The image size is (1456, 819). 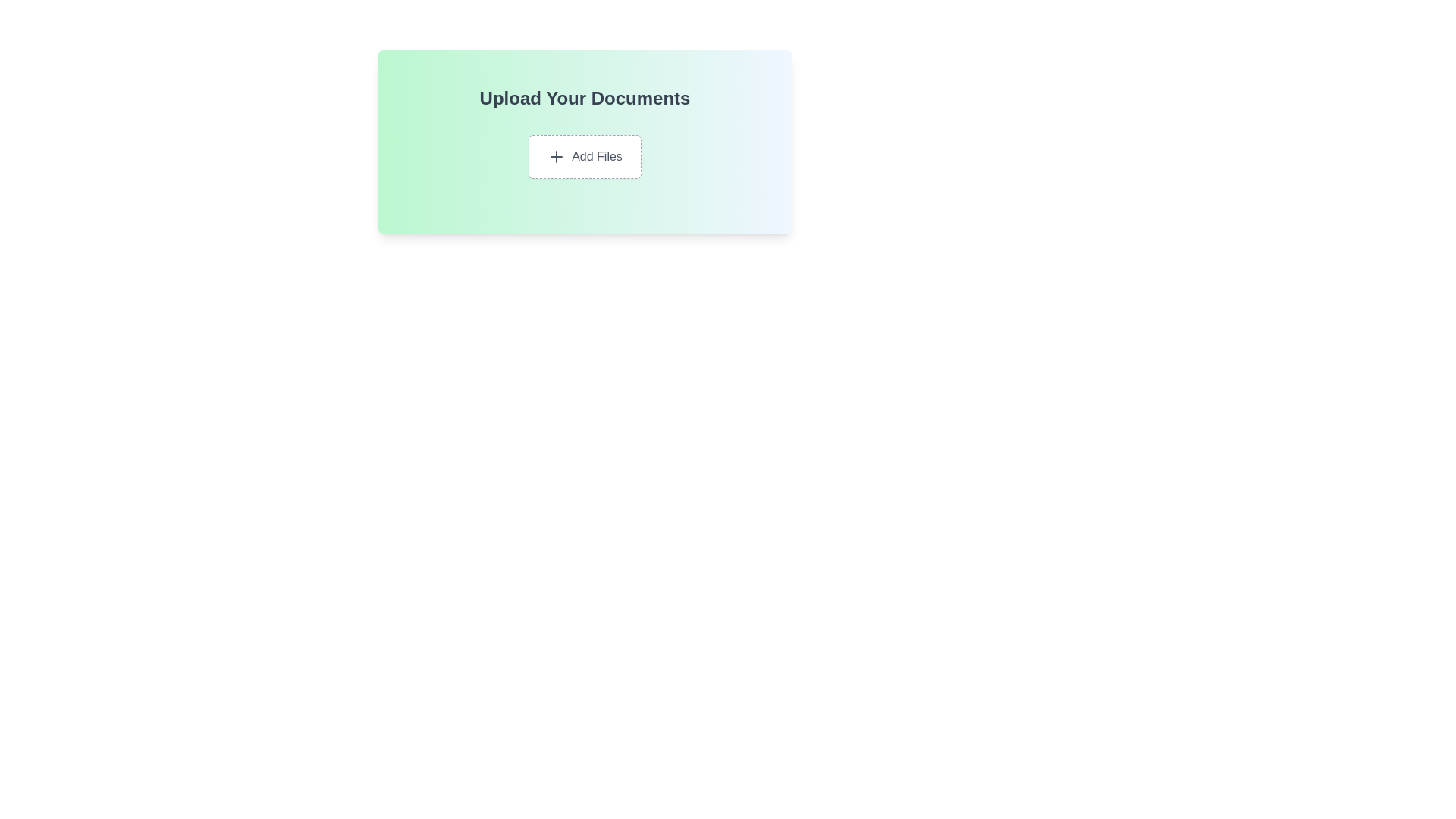 What do you see at coordinates (584, 157) in the screenshot?
I see `the dashed border button labeled 'Add Files' that is located below the heading 'Upload Your Documents' for interaction` at bounding box center [584, 157].